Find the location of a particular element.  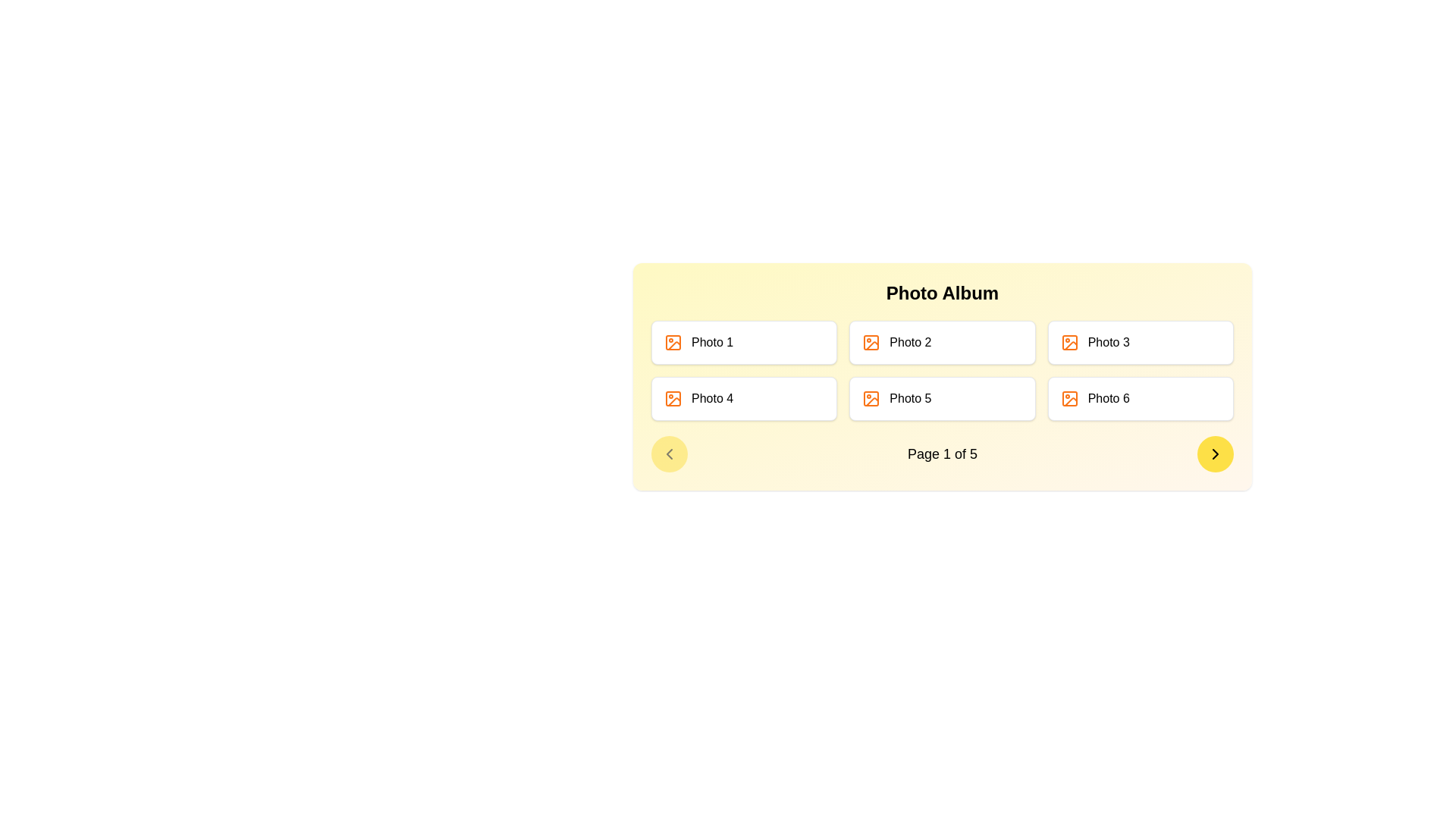

the clickable card representing 'Photo 6' is located at coordinates (1140, 397).